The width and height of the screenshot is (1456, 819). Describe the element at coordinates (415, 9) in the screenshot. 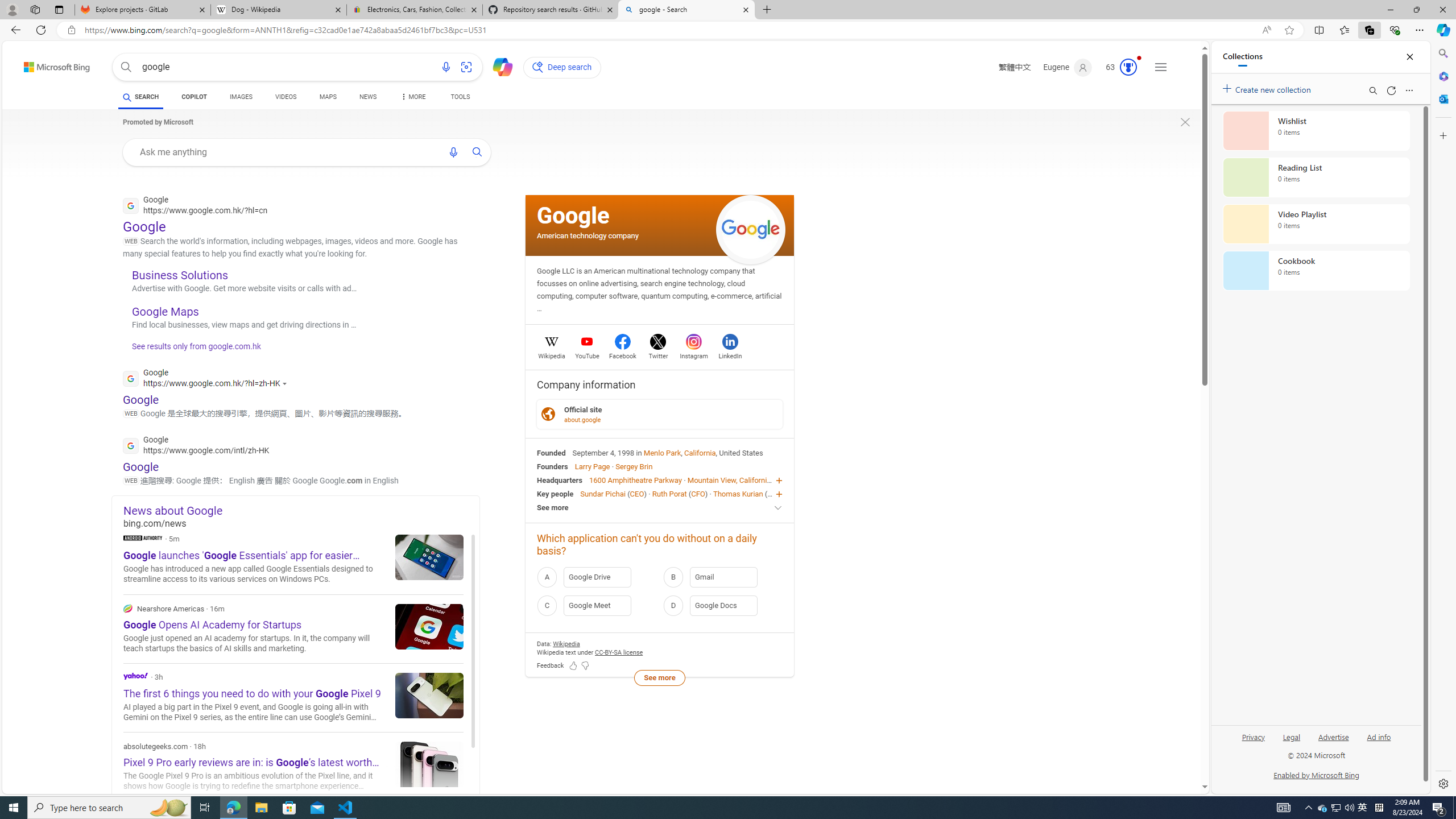

I see `'Electronics, Cars, Fashion, Collectibles & More | eBay'` at that location.